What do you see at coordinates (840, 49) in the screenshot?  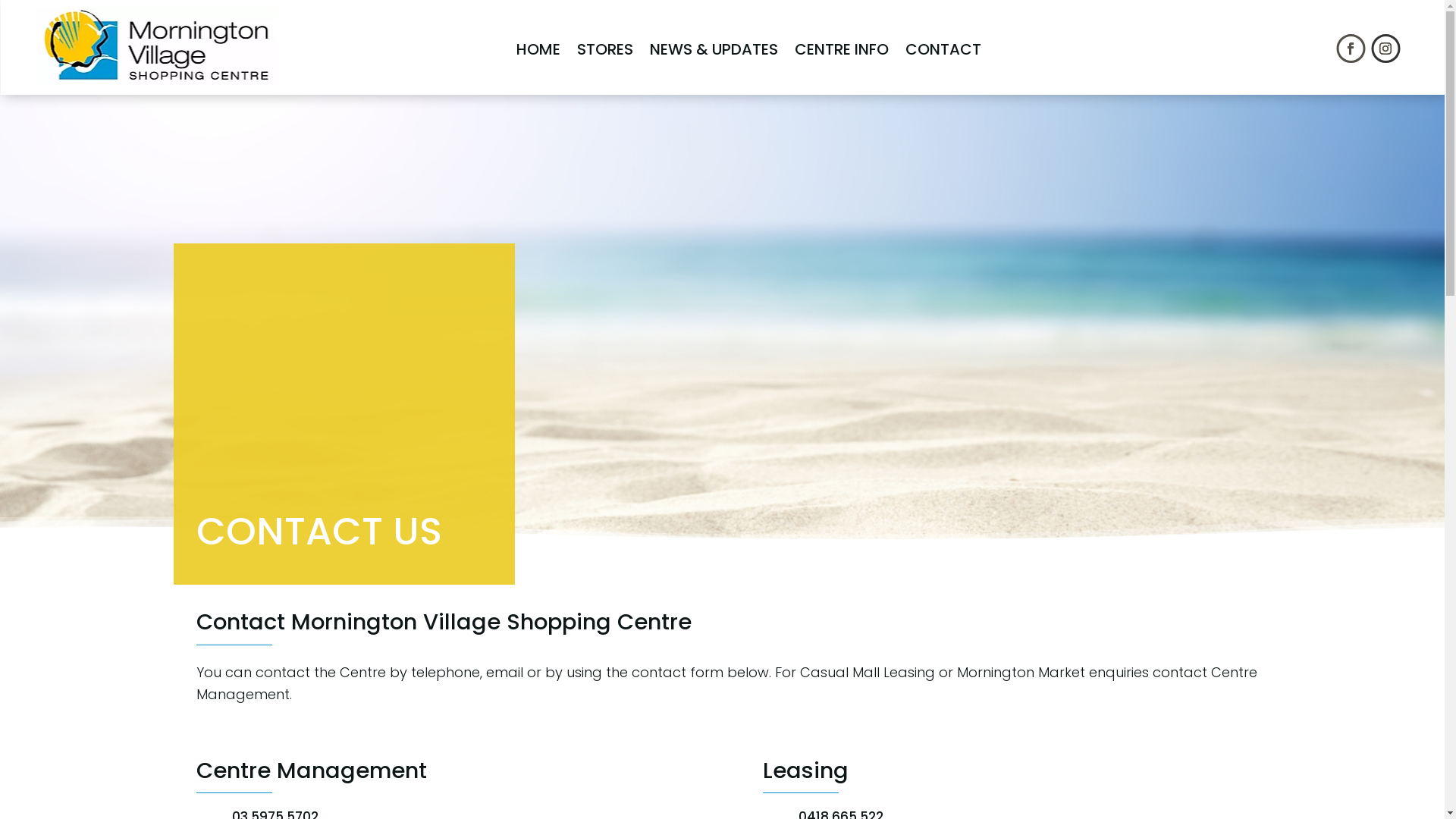 I see `'CENTRE INFO'` at bounding box center [840, 49].